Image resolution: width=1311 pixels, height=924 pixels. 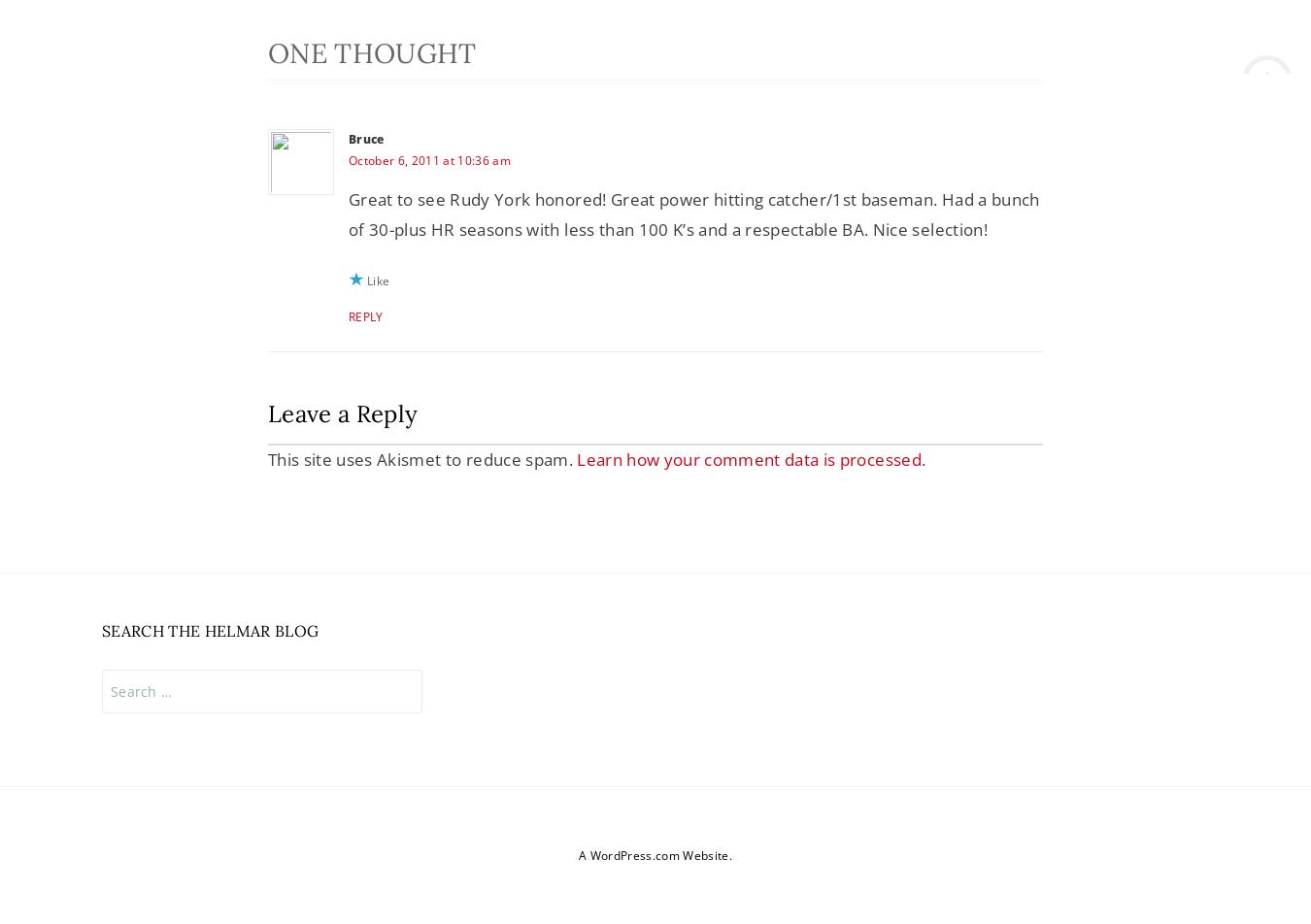 What do you see at coordinates (692, 214) in the screenshot?
I see `'Great to see Rudy York honored! Great power hitting catcher/1st baseman. Had a bunch of 30-plus HR seasons with less than 100 K’s and a respectable BA. Nice selection!'` at bounding box center [692, 214].